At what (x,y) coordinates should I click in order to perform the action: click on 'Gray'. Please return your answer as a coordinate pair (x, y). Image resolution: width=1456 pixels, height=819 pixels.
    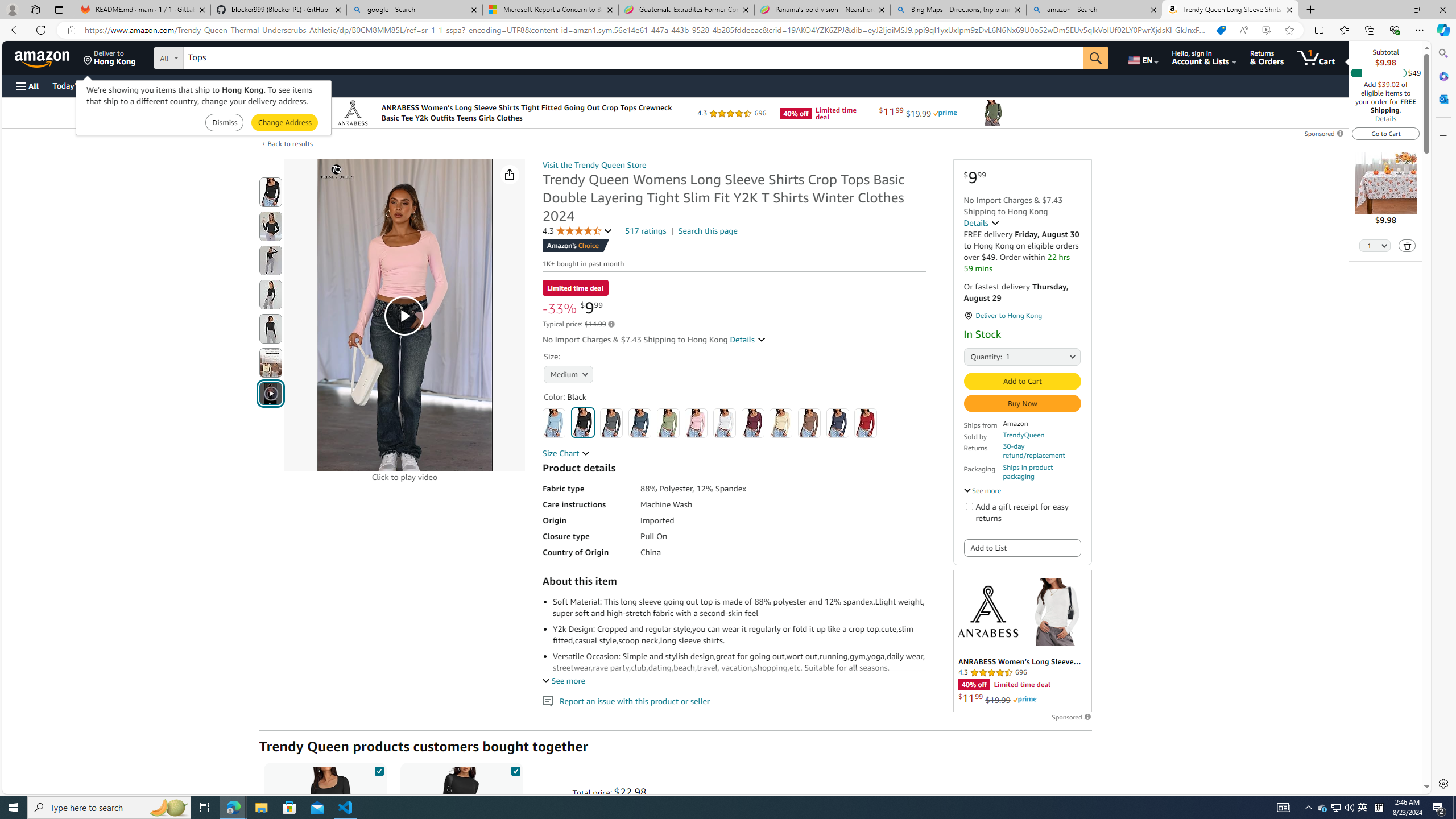
    Looking at the image, I should click on (611, 422).